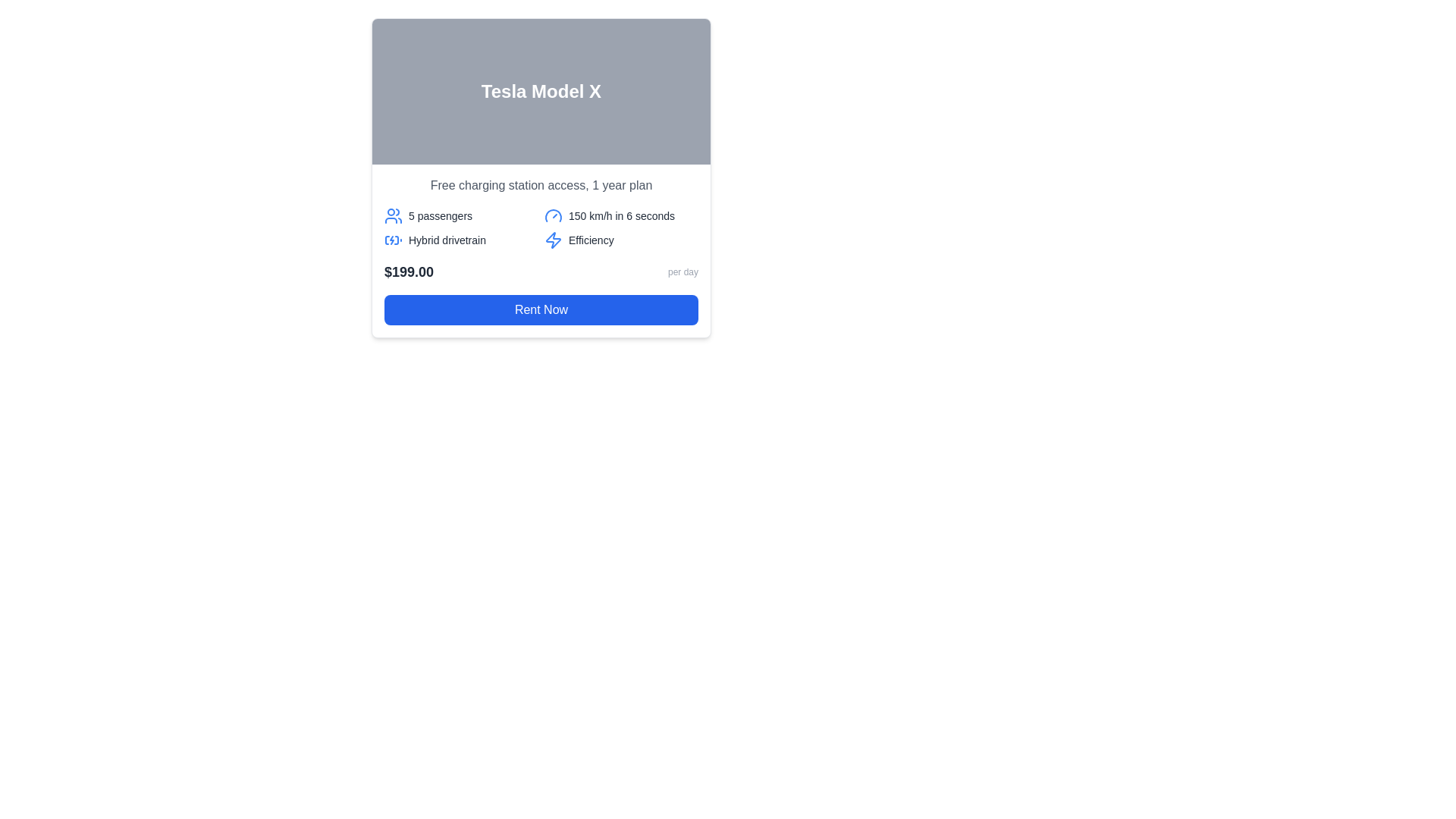 The height and width of the screenshot is (819, 1456). What do you see at coordinates (682, 271) in the screenshot?
I see `the Text Label that provides additional context for the pricing displayed ('$199.00'), indicating it refers to a daily rate` at bounding box center [682, 271].